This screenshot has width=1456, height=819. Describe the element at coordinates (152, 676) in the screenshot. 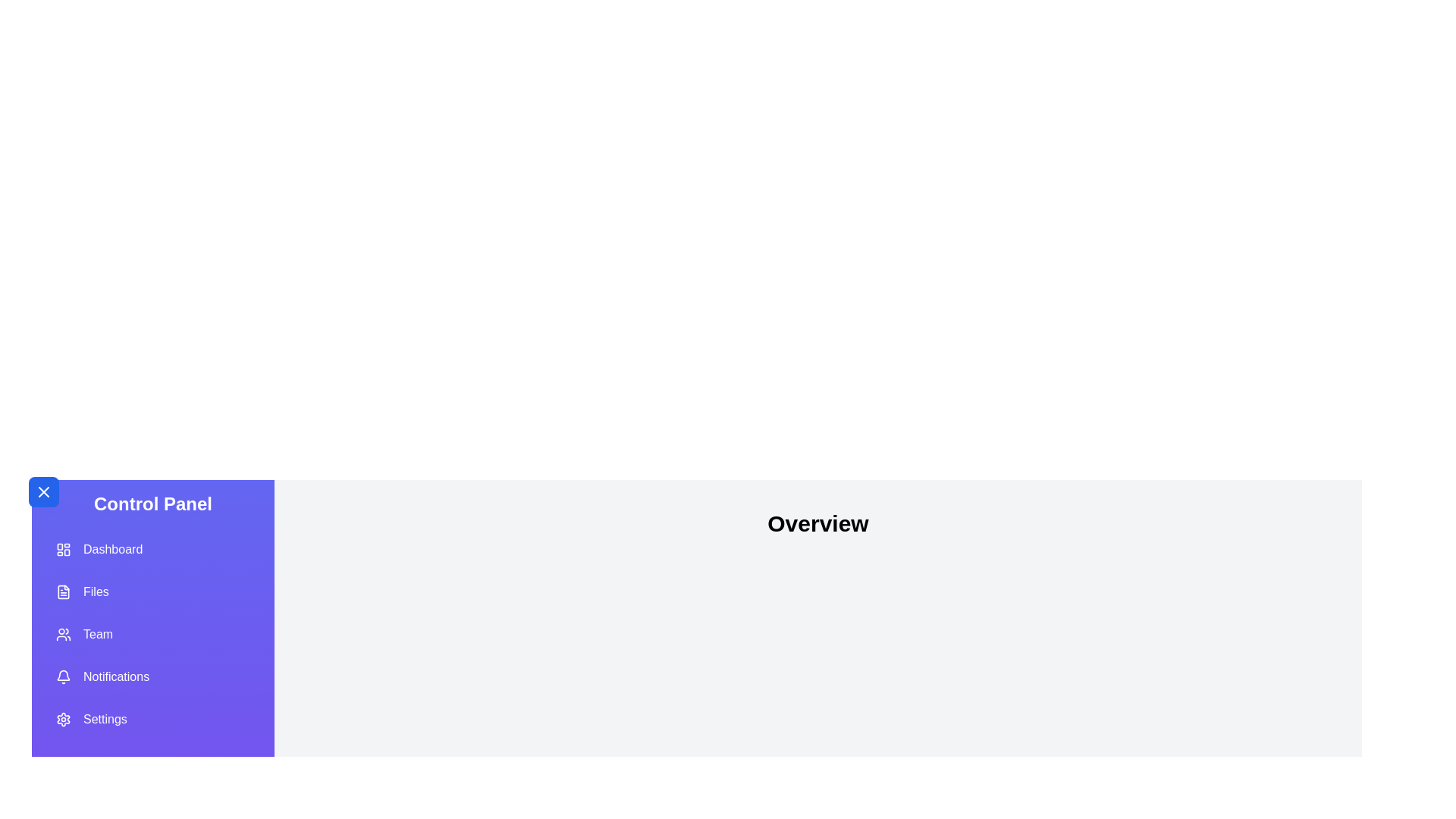

I see `the menu item labeled Notifications from the list` at that location.